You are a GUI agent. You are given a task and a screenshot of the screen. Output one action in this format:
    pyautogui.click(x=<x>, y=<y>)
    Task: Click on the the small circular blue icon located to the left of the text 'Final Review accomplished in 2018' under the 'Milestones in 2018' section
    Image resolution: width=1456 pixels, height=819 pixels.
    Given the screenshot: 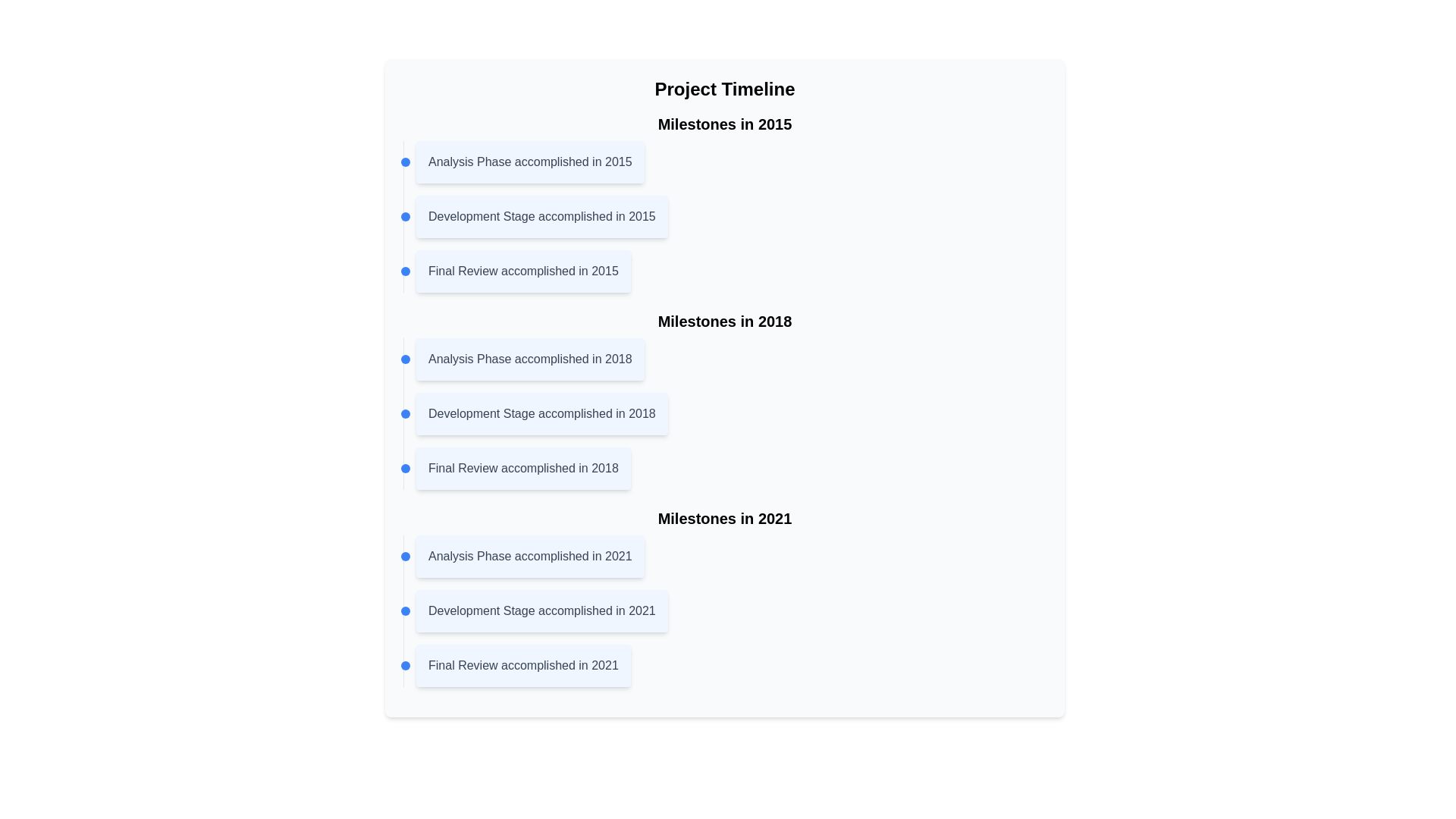 What is the action you would take?
    pyautogui.click(x=405, y=467)
    